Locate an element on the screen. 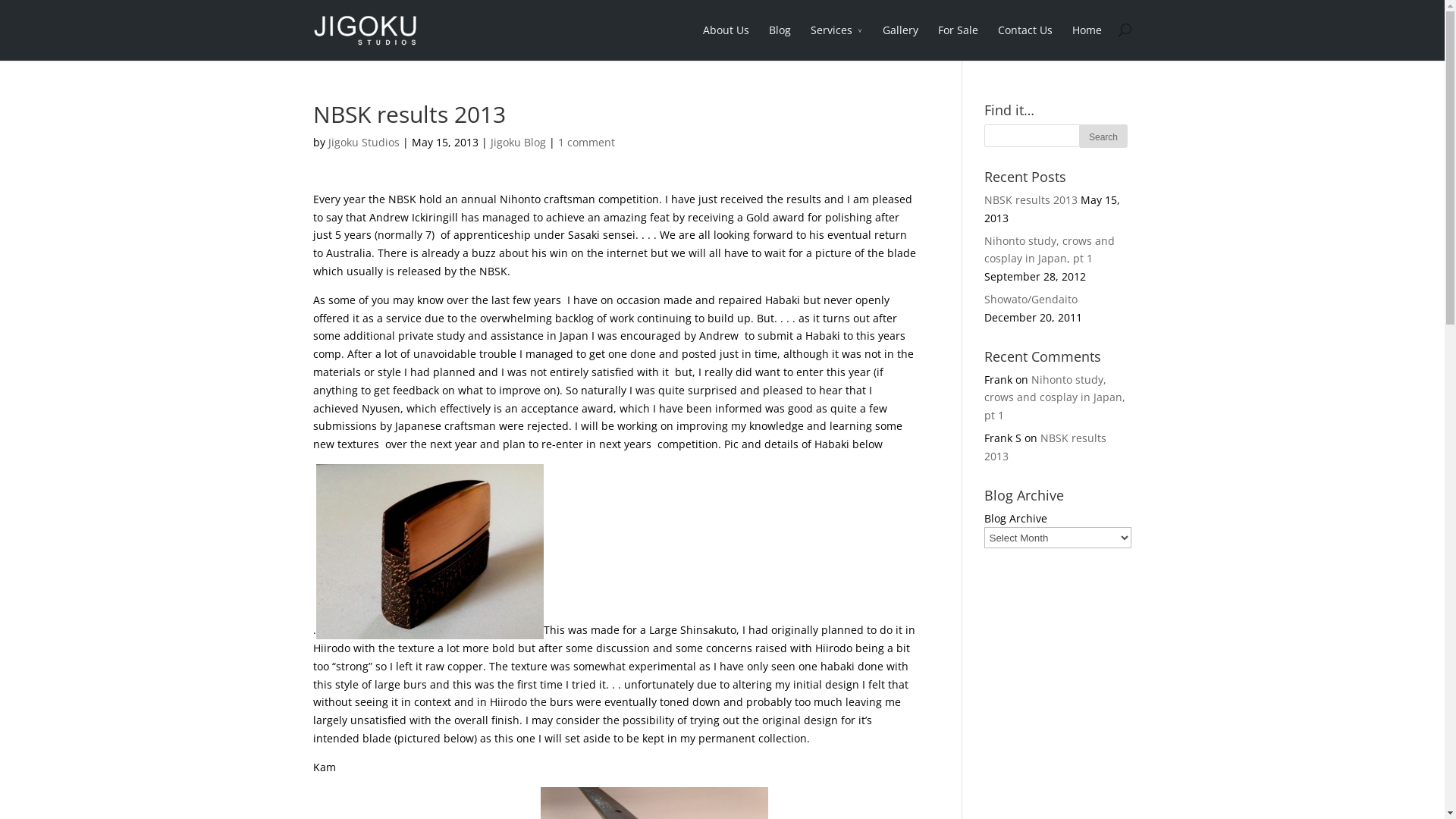  'For Sale' is located at coordinates (956, 40).